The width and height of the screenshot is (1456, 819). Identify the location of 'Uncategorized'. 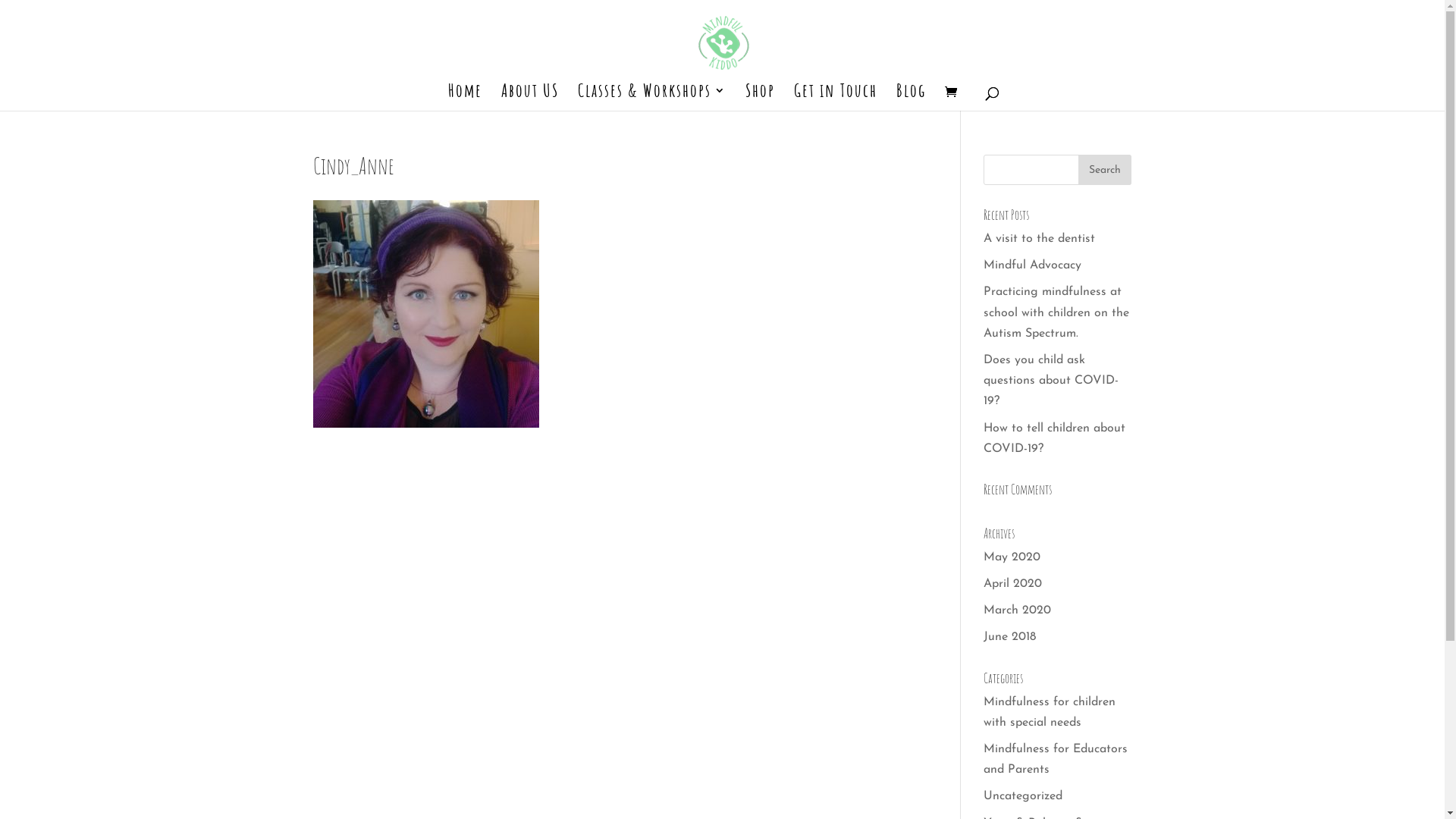
(983, 795).